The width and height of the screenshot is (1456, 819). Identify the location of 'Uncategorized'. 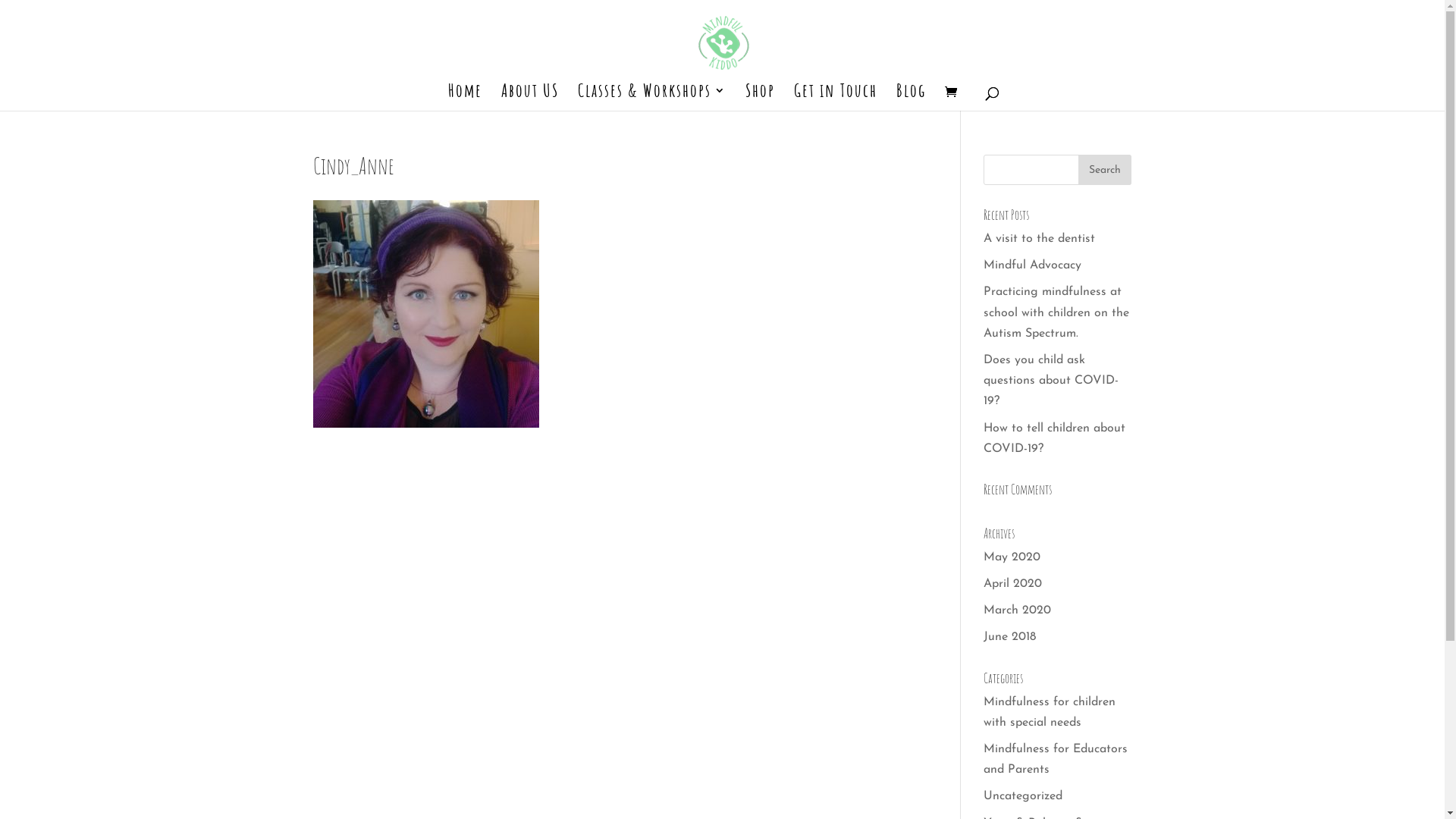
(983, 795).